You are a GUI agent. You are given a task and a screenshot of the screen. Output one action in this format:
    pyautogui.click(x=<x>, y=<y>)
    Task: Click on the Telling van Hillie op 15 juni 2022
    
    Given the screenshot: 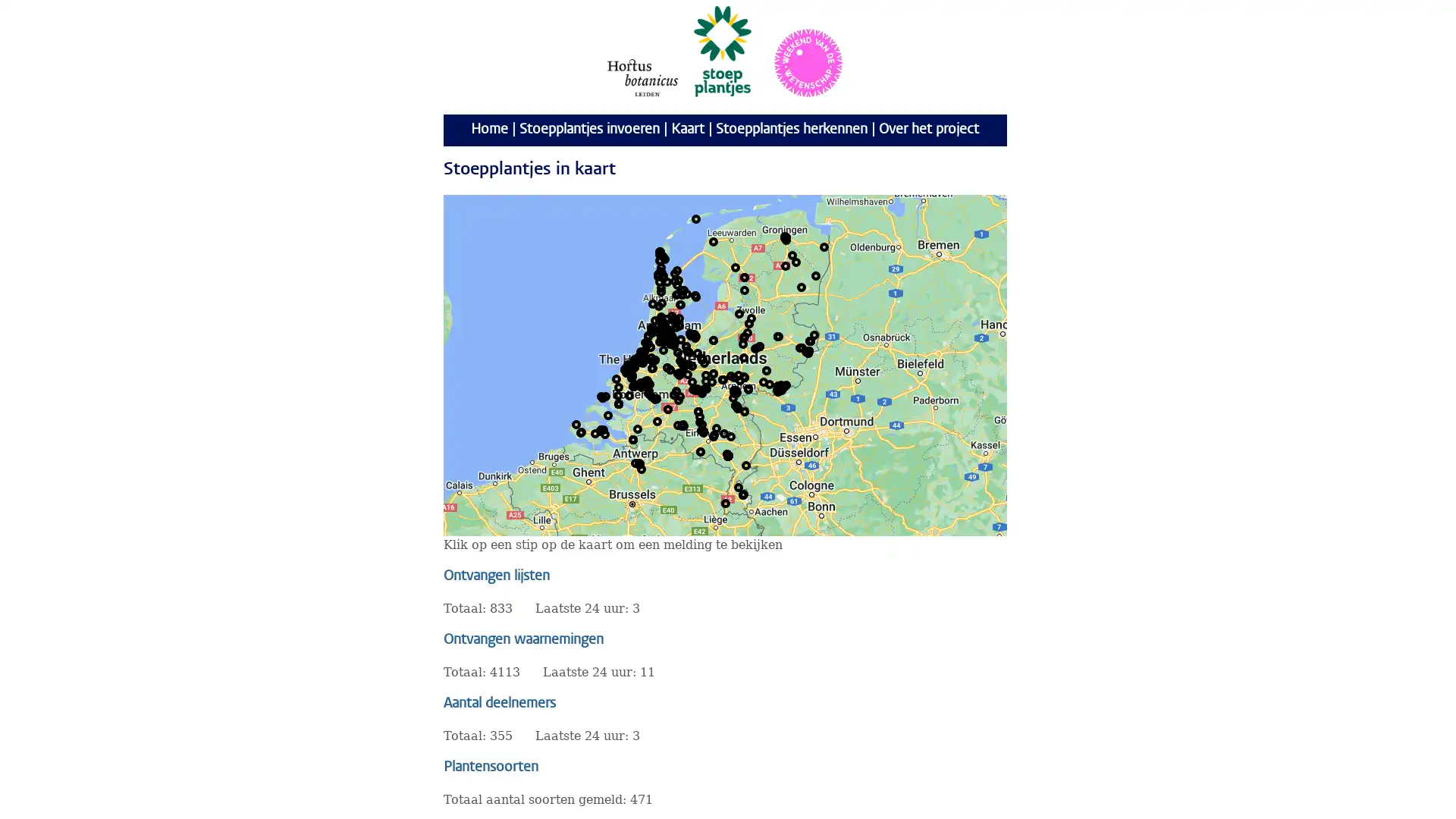 What is the action you would take?
    pyautogui.click(x=749, y=322)
    